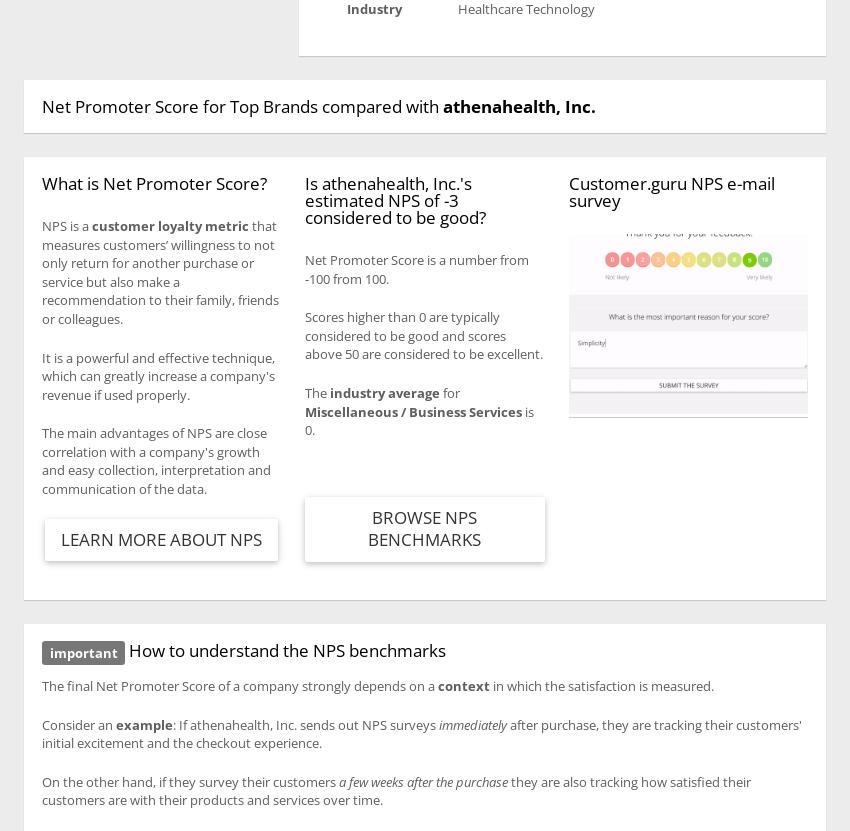 Image resolution: width=850 pixels, height=831 pixels. Describe the element at coordinates (567, 191) in the screenshot. I see `'Customer.guru NPS e-mail survey'` at that location.